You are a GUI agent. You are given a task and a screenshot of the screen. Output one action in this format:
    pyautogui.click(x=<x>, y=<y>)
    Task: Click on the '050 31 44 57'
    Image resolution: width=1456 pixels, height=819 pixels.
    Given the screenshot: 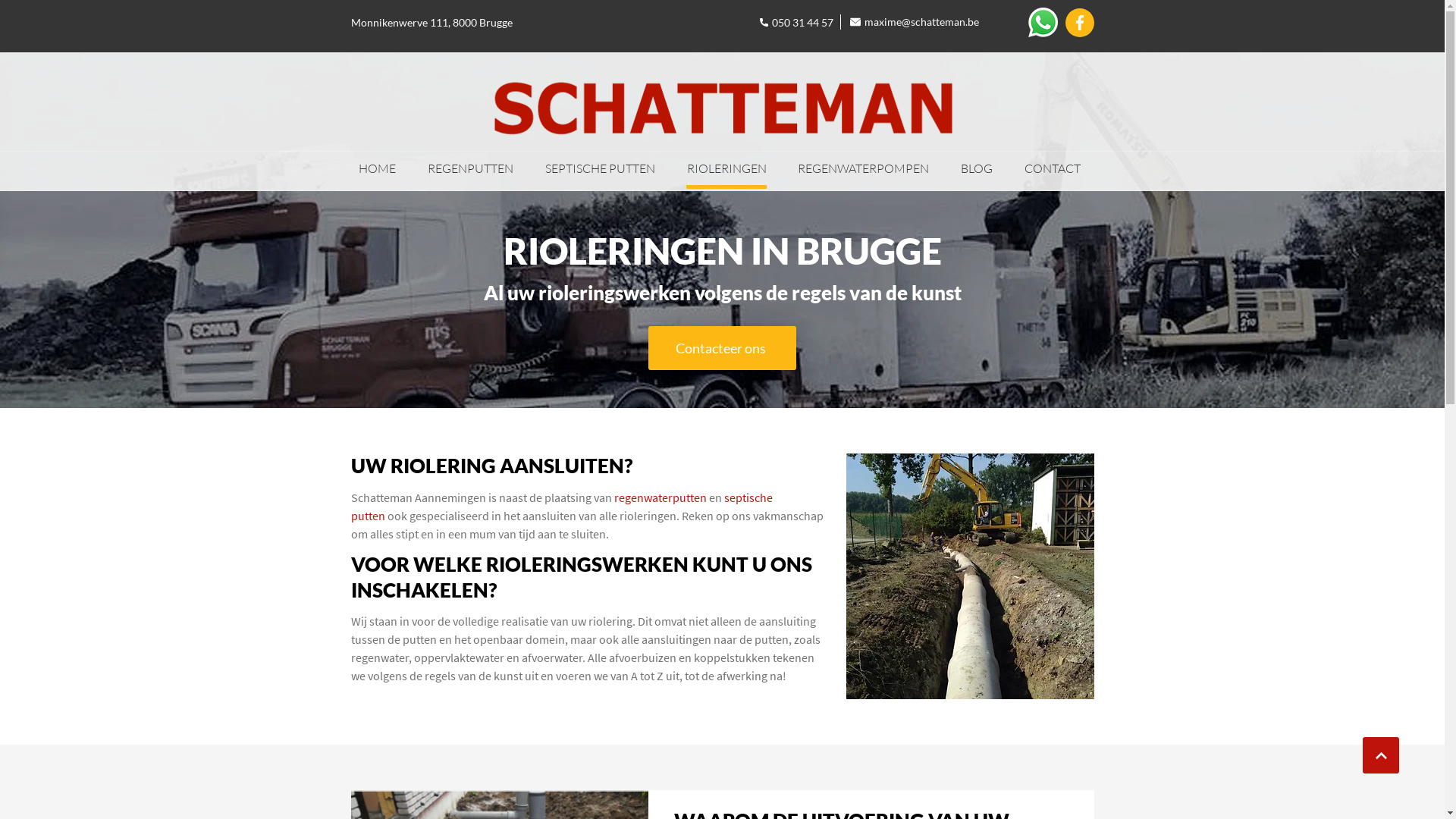 What is the action you would take?
    pyautogui.click(x=795, y=22)
    